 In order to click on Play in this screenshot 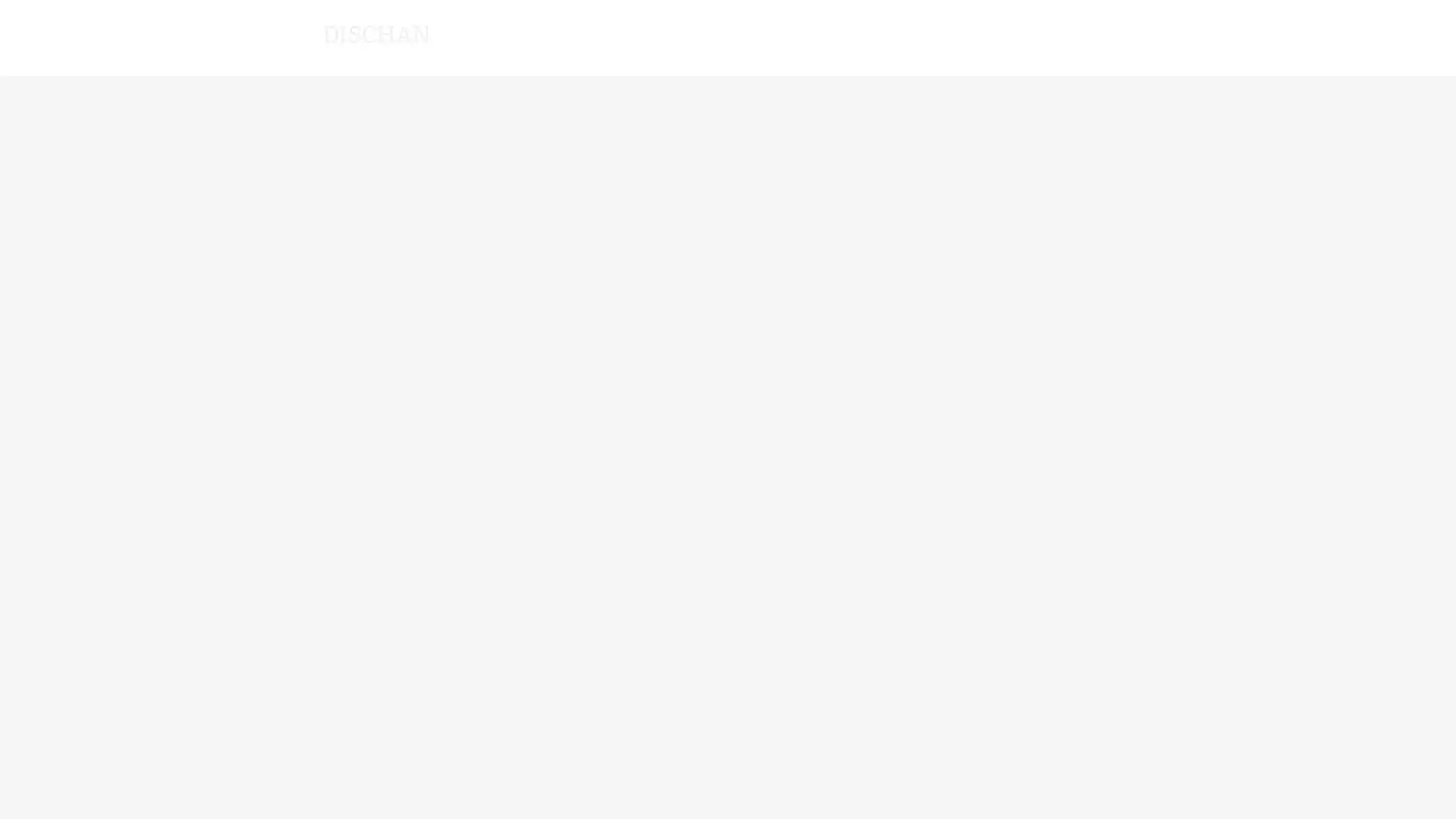, I will do `click(960, 130)`.